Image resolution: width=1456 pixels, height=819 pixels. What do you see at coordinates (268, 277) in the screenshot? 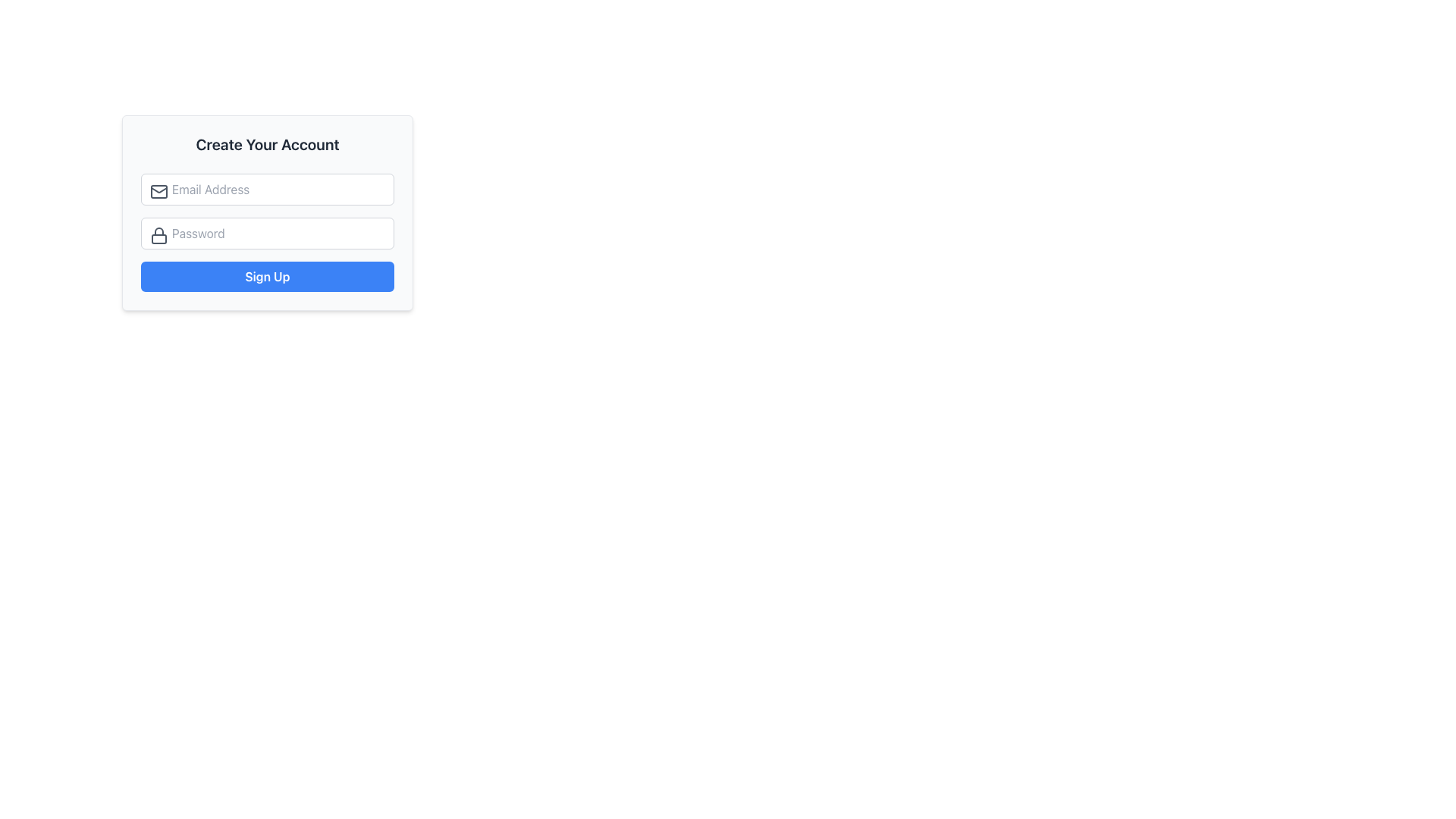
I see `the 'Sign Up' button with a blue background located at the bottom of the 'Create Your Account' form` at bounding box center [268, 277].